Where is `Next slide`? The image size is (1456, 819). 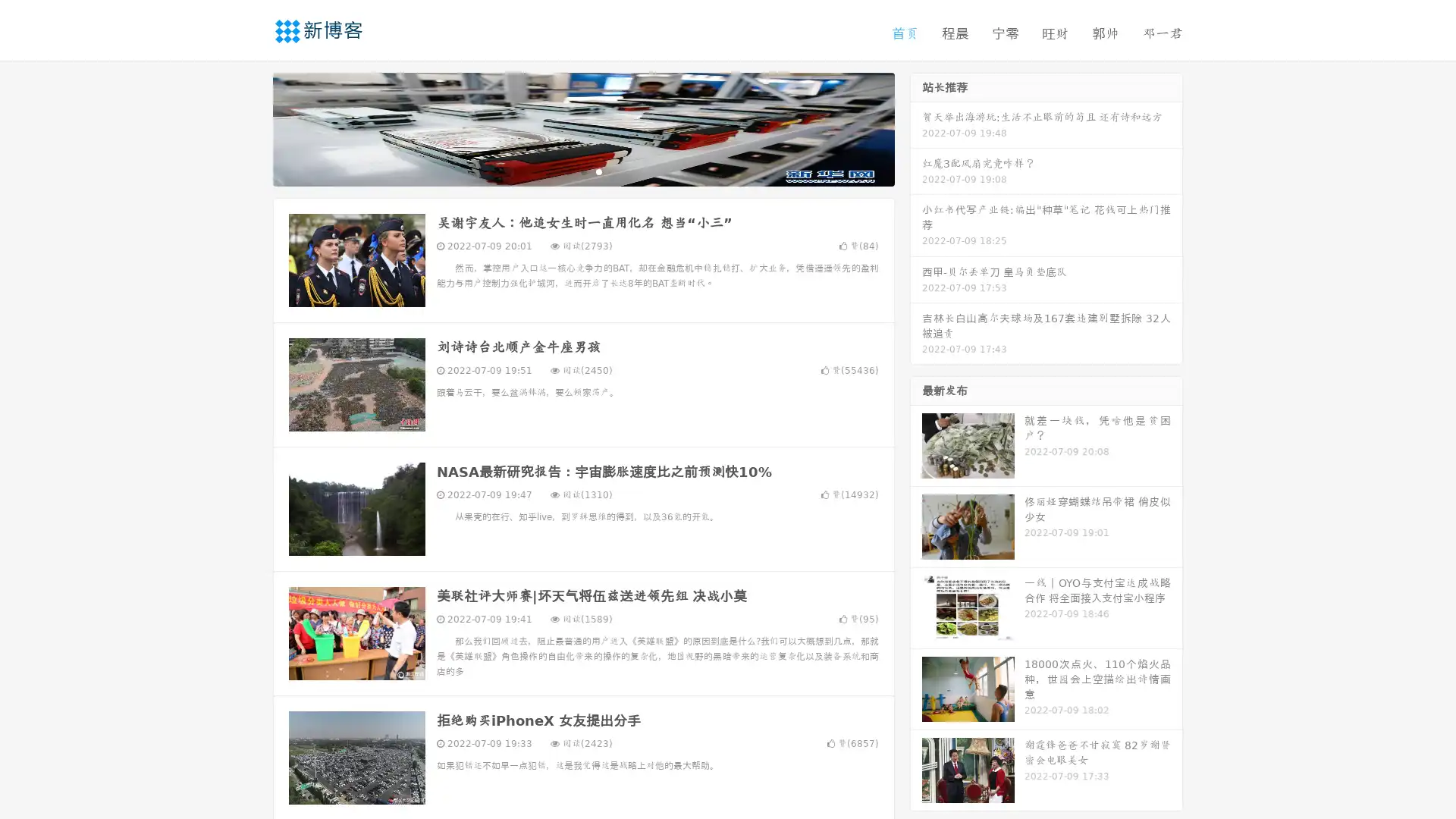 Next slide is located at coordinates (916, 127).